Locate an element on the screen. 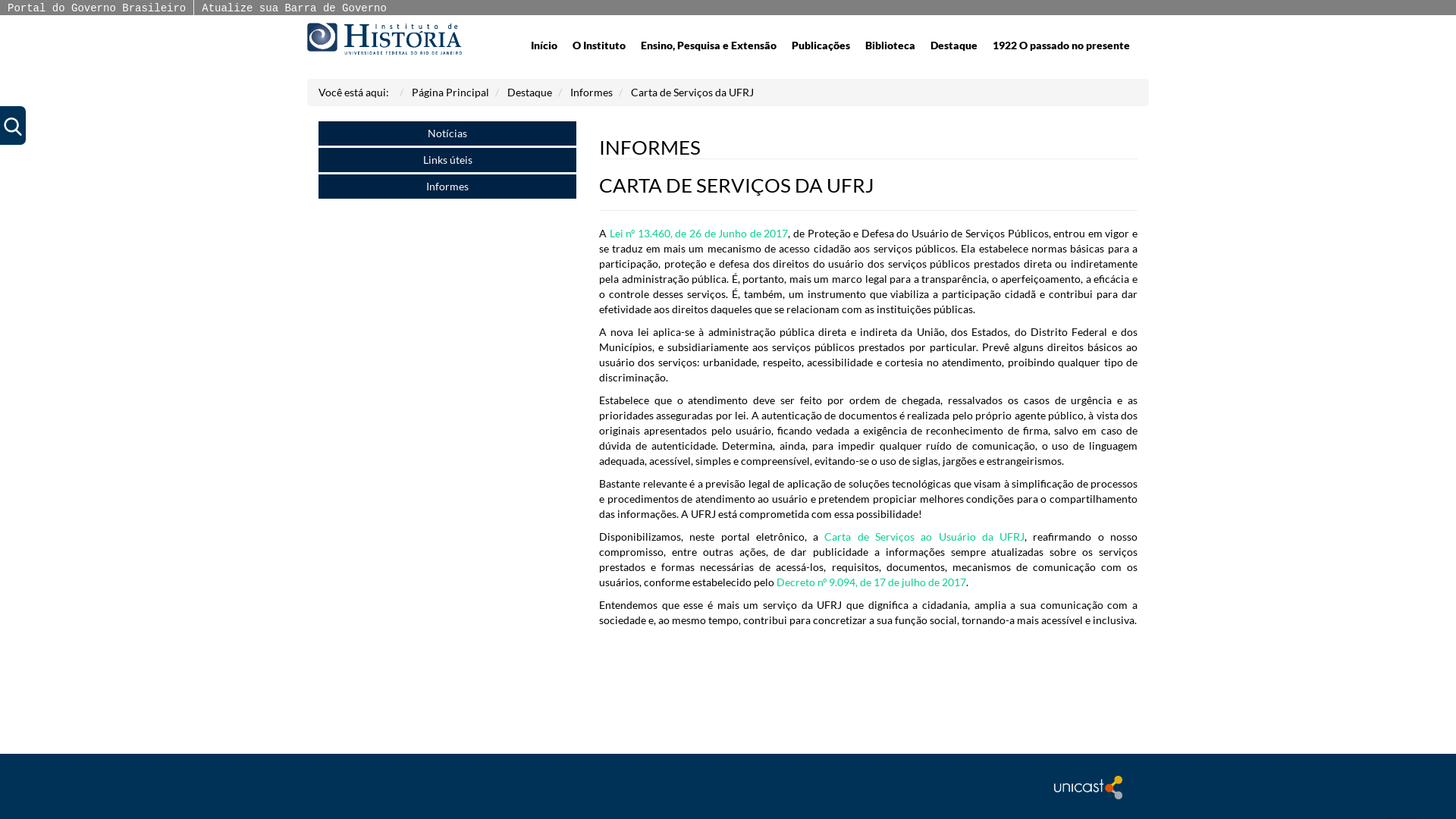 The height and width of the screenshot is (819, 1456). 'Biblioteca' is located at coordinates (890, 44).